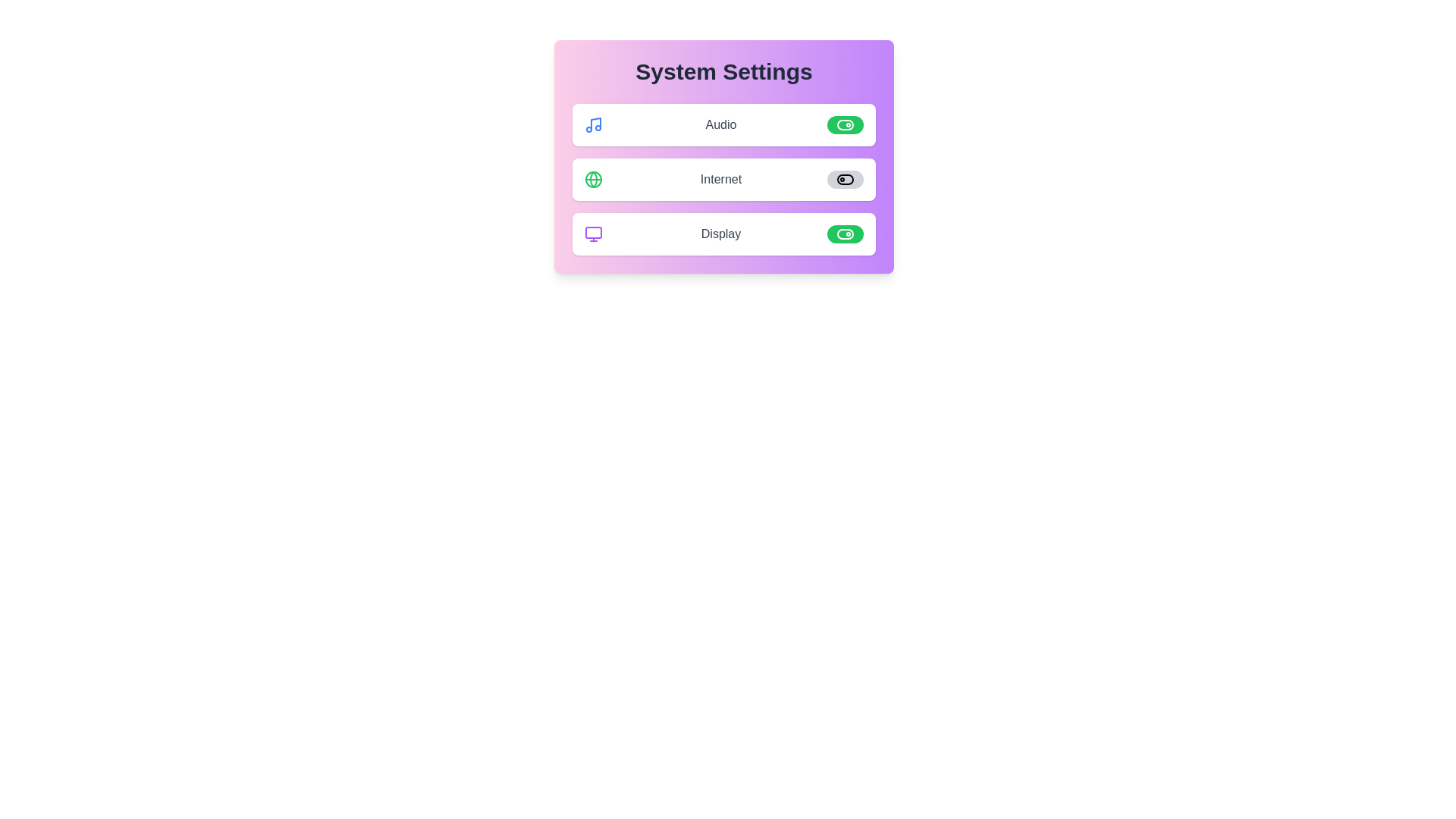  I want to click on the toggle button located in the second row of the settings panel, adjacent to the 'Internet' label, so click(844, 178).